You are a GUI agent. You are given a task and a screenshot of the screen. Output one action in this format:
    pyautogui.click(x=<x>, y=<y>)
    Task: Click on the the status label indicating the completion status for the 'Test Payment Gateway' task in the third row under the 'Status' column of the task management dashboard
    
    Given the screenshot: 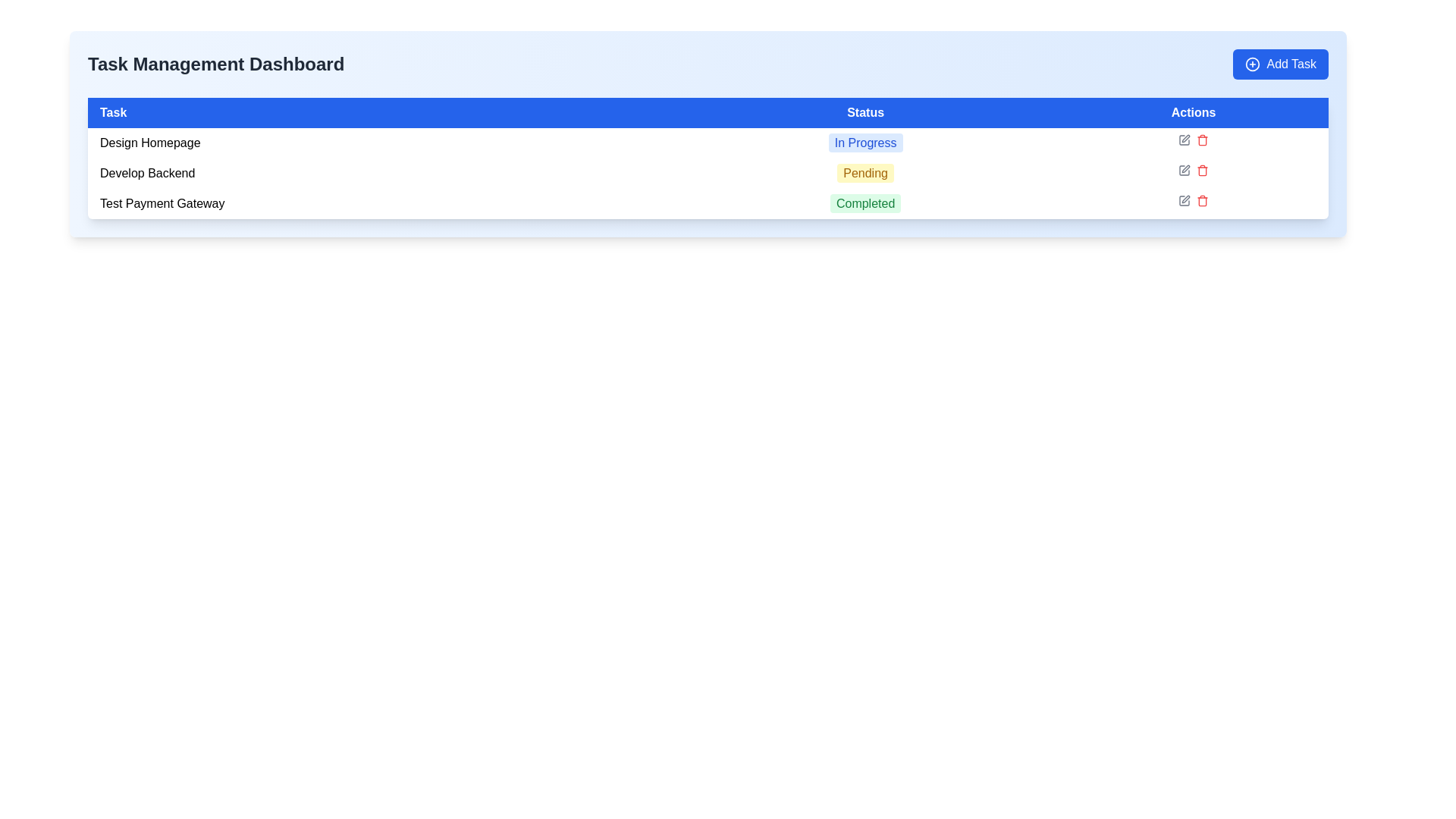 What is the action you would take?
    pyautogui.click(x=865, y=202)
    